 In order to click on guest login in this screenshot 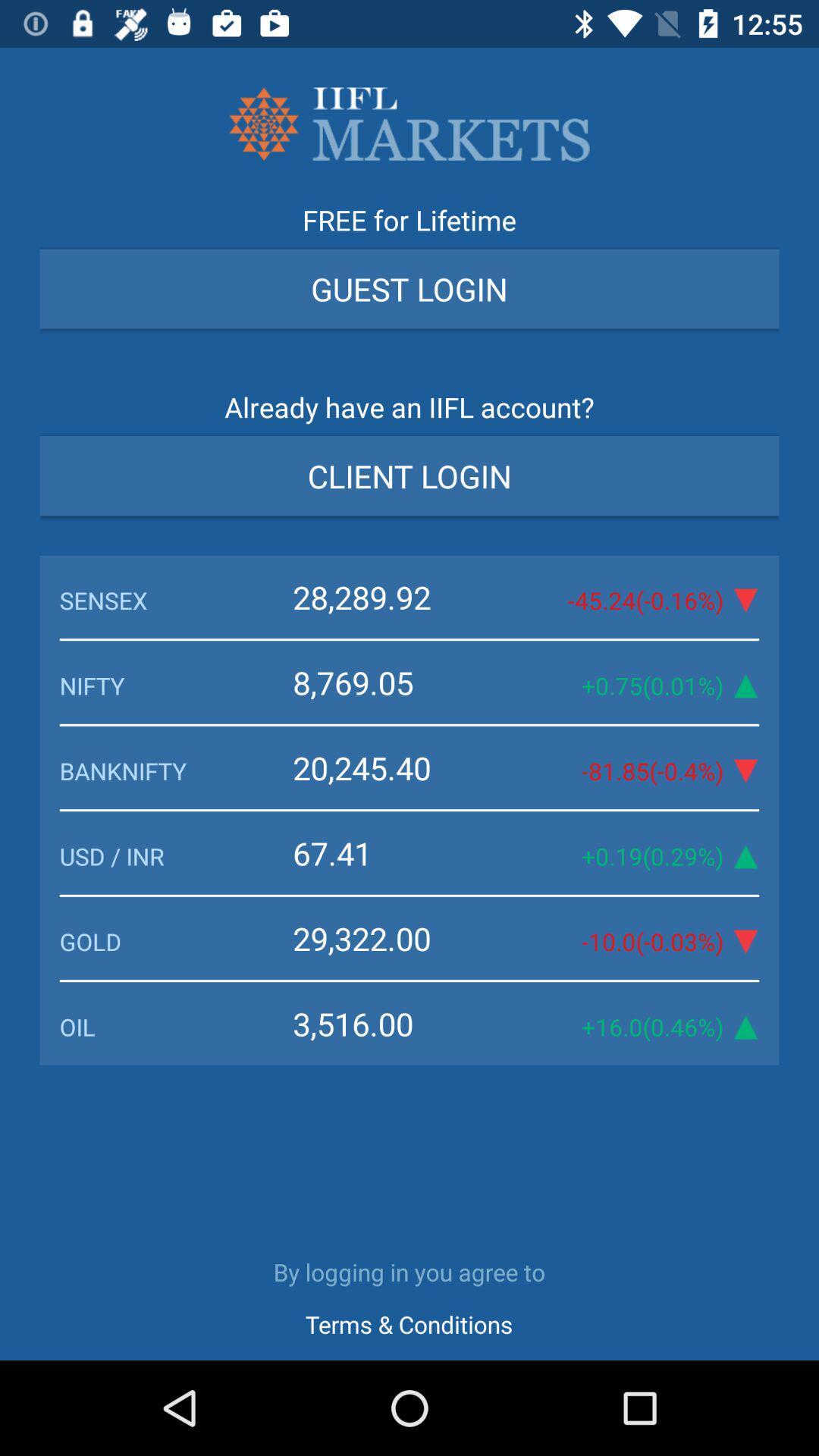, I will do `click(409, 288)`.